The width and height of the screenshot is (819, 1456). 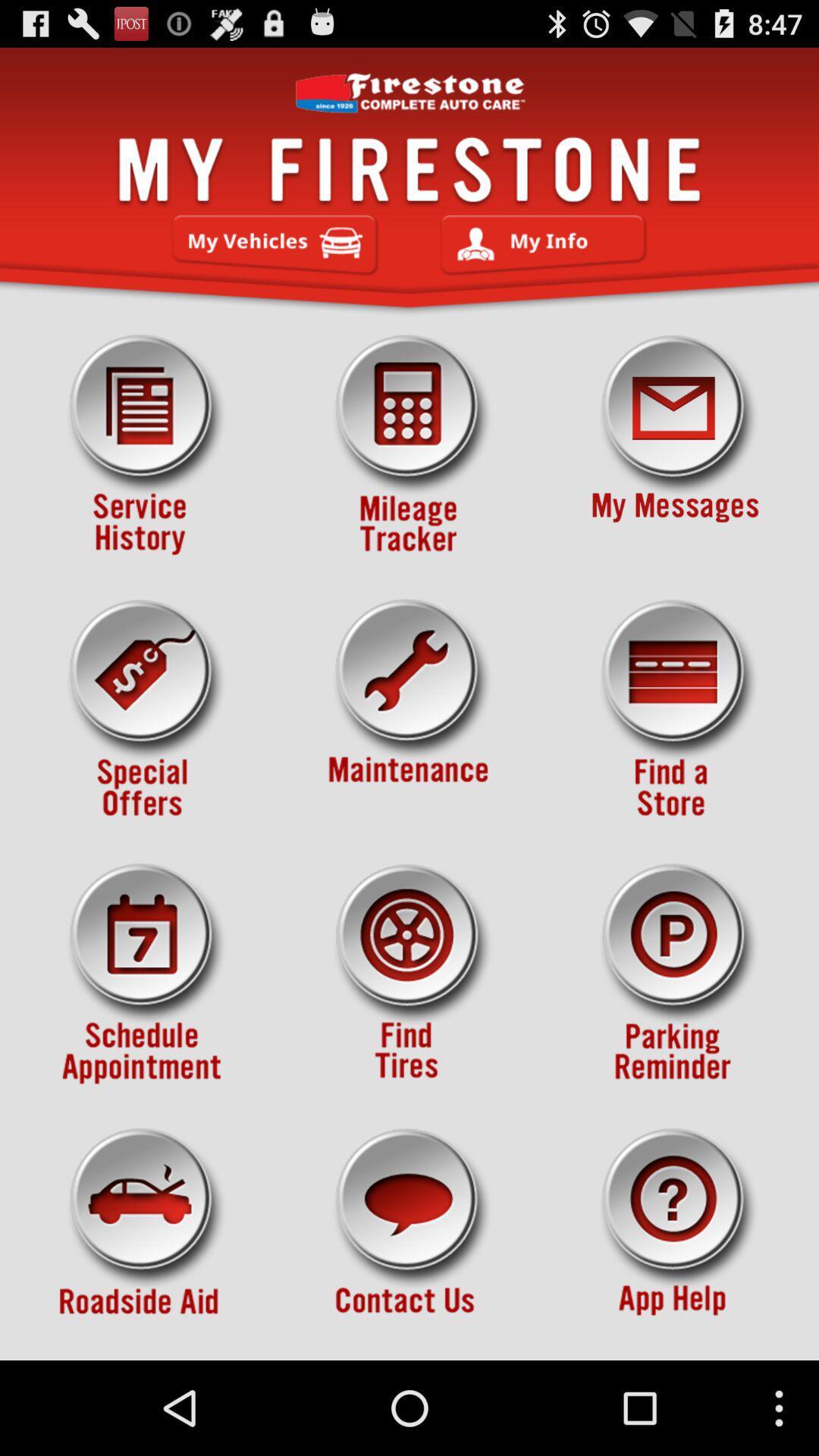 What do you see at coordinates (675, 444) in the screenshot?
I see `messages` at bounding box center [675, 444].